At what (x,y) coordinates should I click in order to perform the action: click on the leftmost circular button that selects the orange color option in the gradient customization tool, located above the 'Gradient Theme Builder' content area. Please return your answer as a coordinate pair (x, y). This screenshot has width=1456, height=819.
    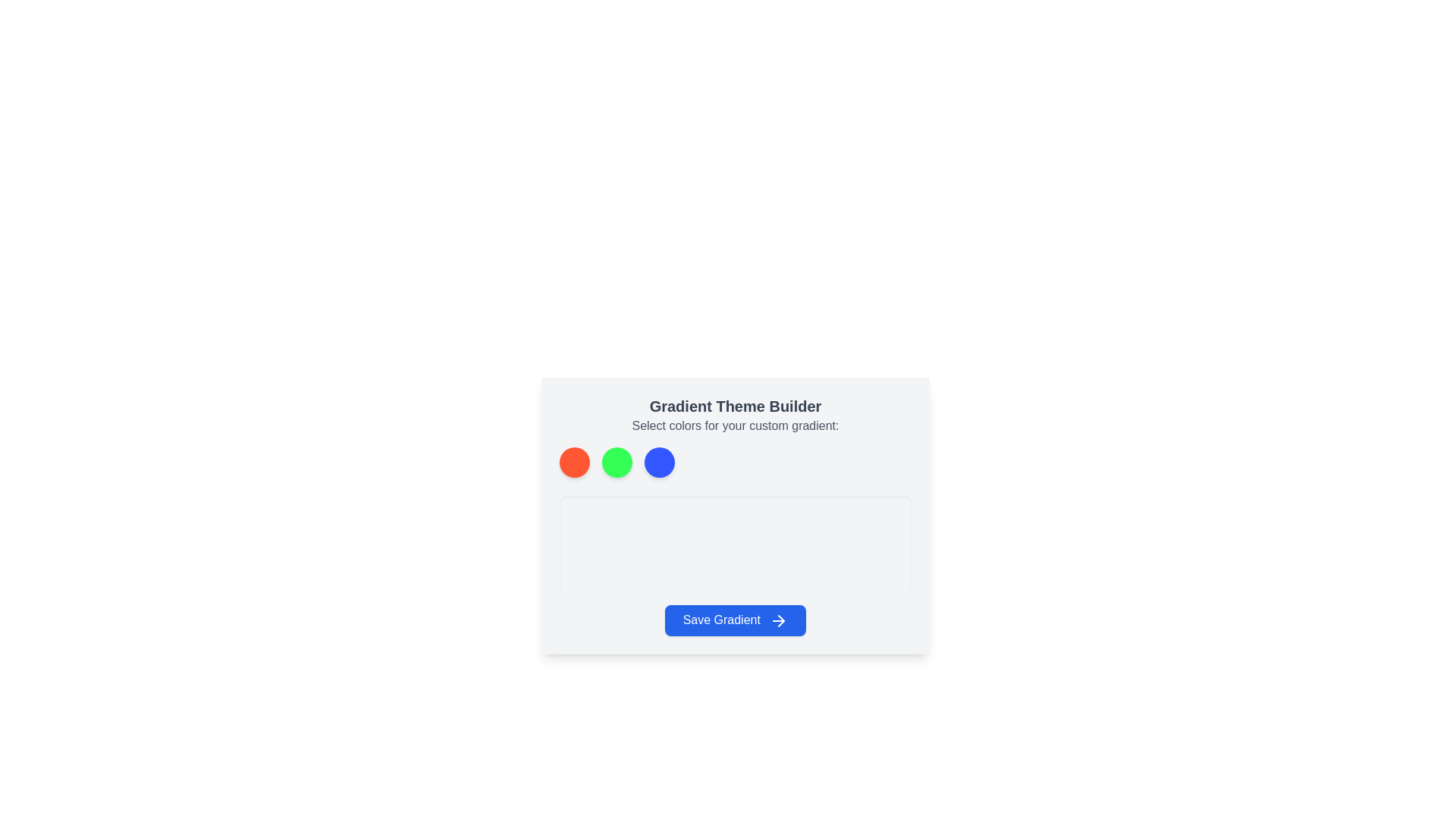
    Looking at the image, I should click on (574, 461).